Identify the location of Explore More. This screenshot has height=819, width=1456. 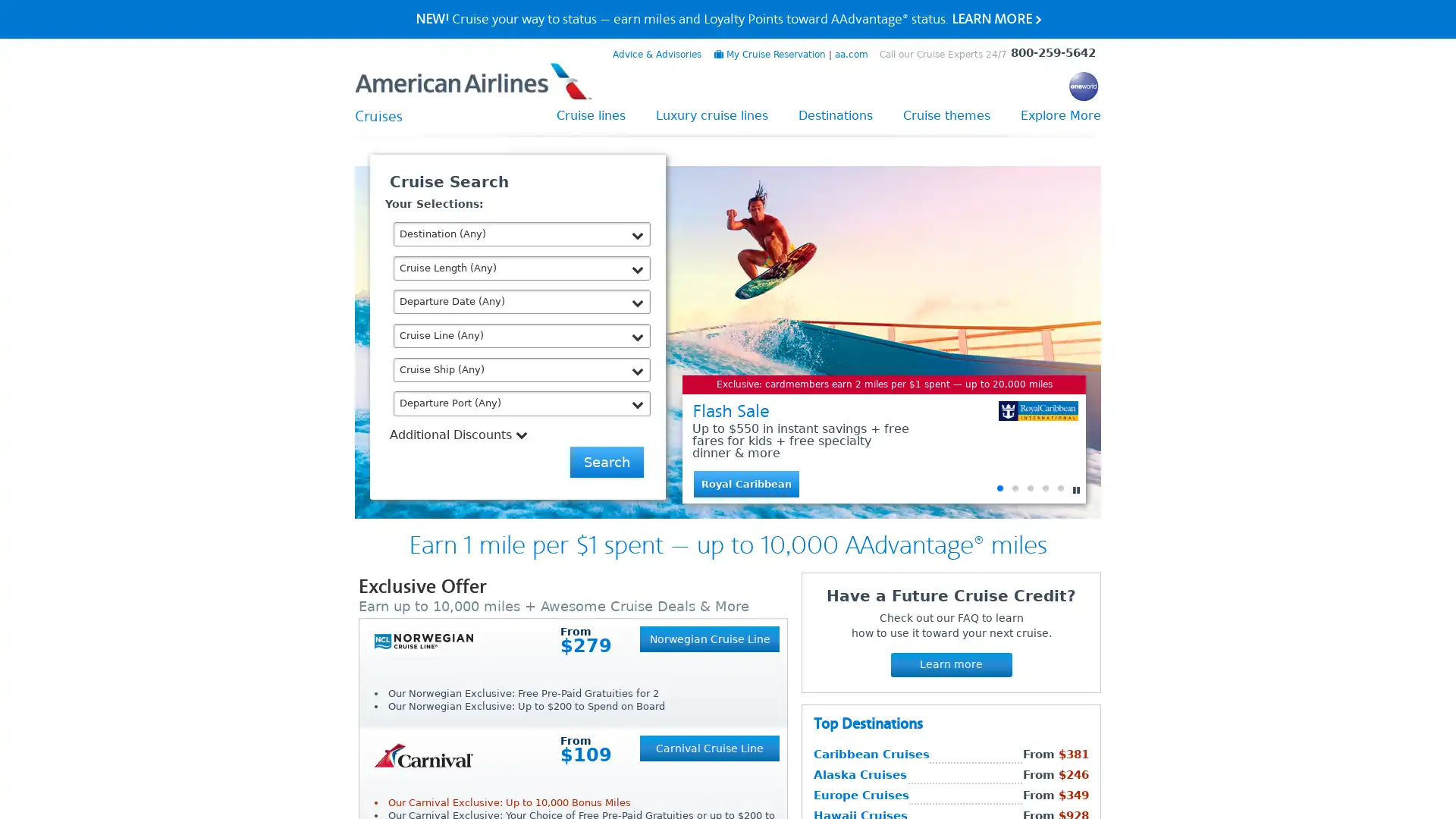
(1059, 114).